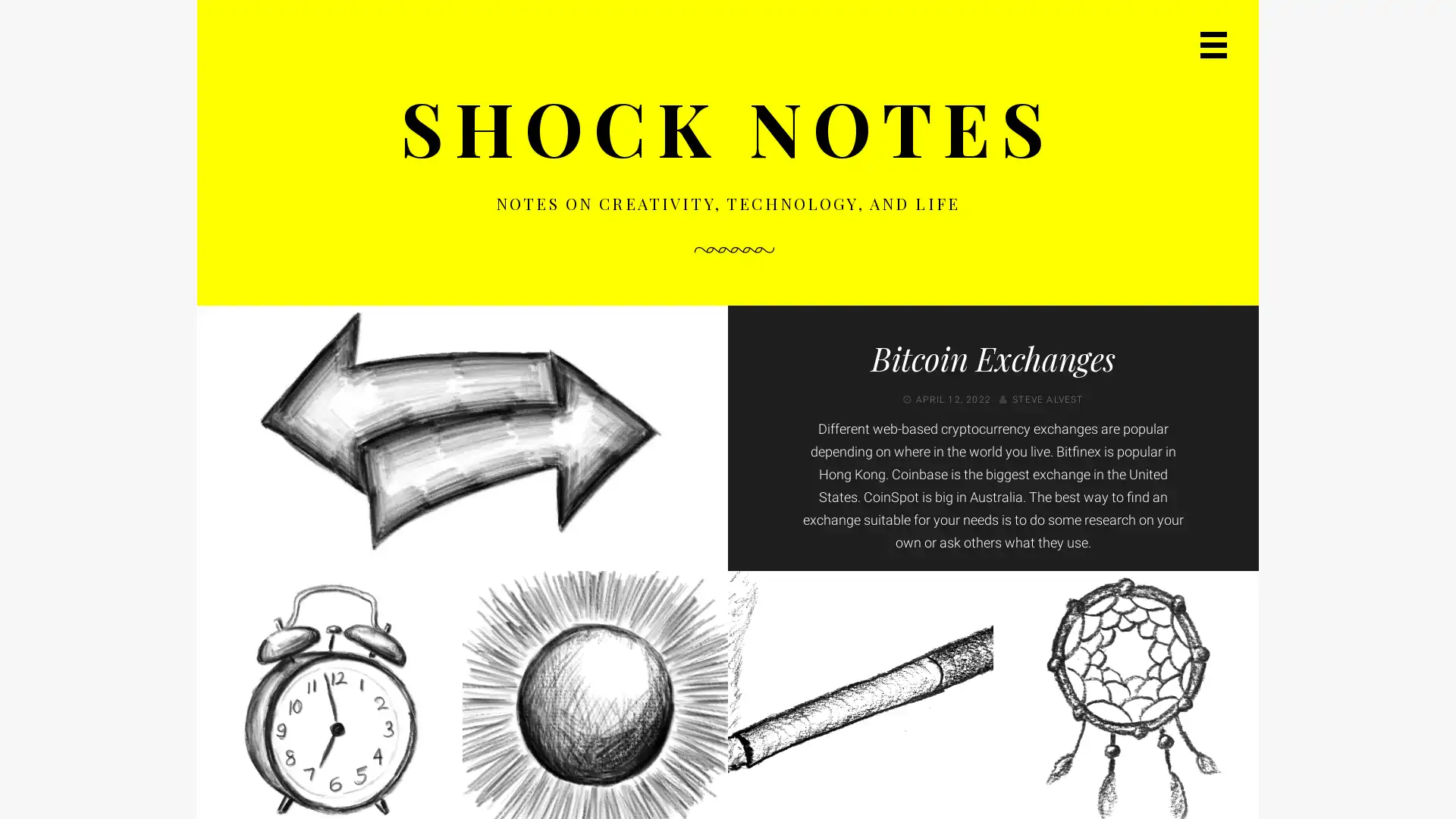 Image resolution: width=1456 pixels, height=819 pixels. What do you see at coordinates (1213, 44) in the screenshot?
I see `Primary Navigation Menu` at bounding box center [1213, 44].